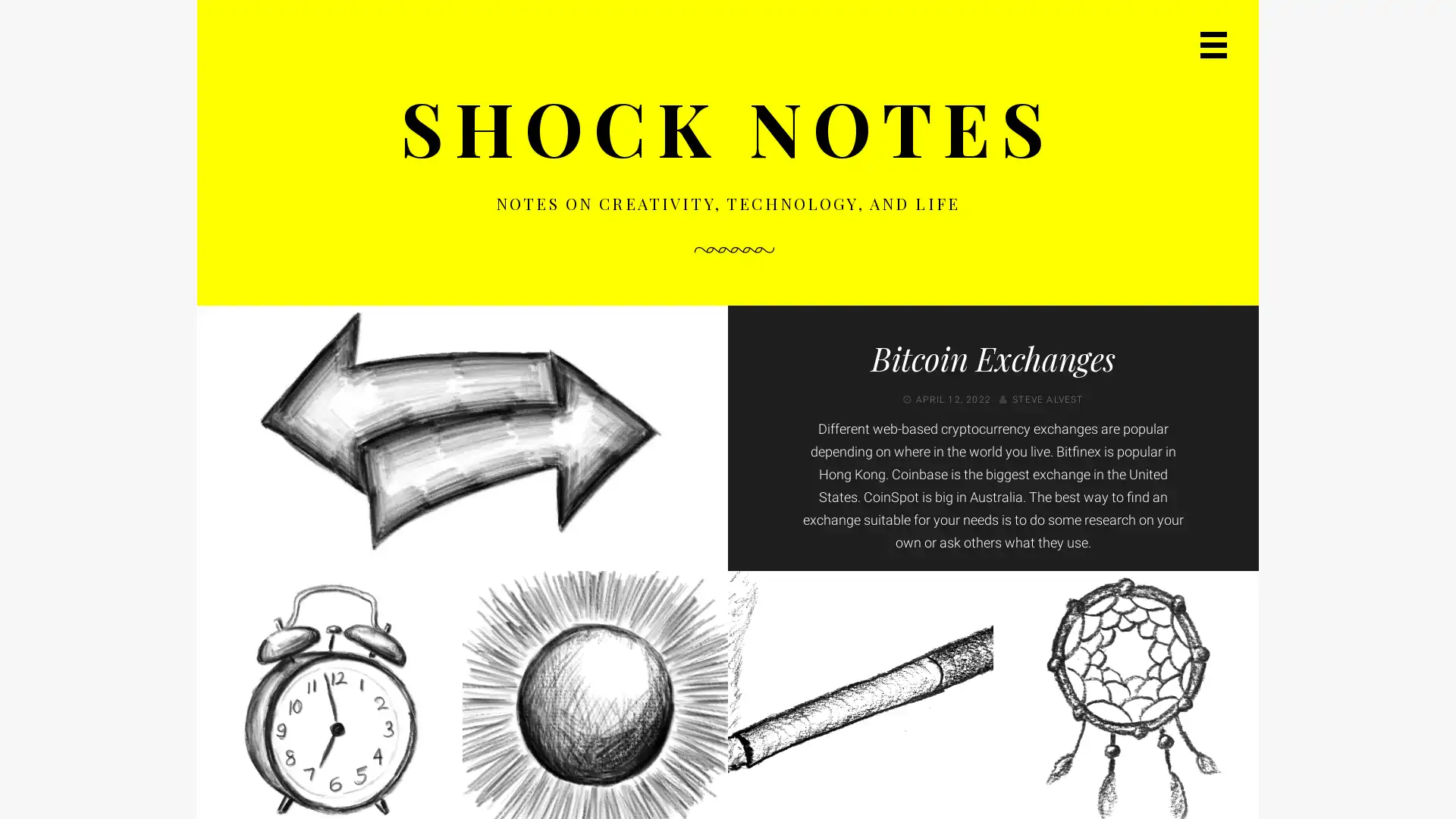 Image resolution: width=1456 pixels, height=819 pixels. What do you see at coordinates (1213, 44) in the screenshot?
I see `Primary Navigation Menu` at bounding box center [1213, 44].